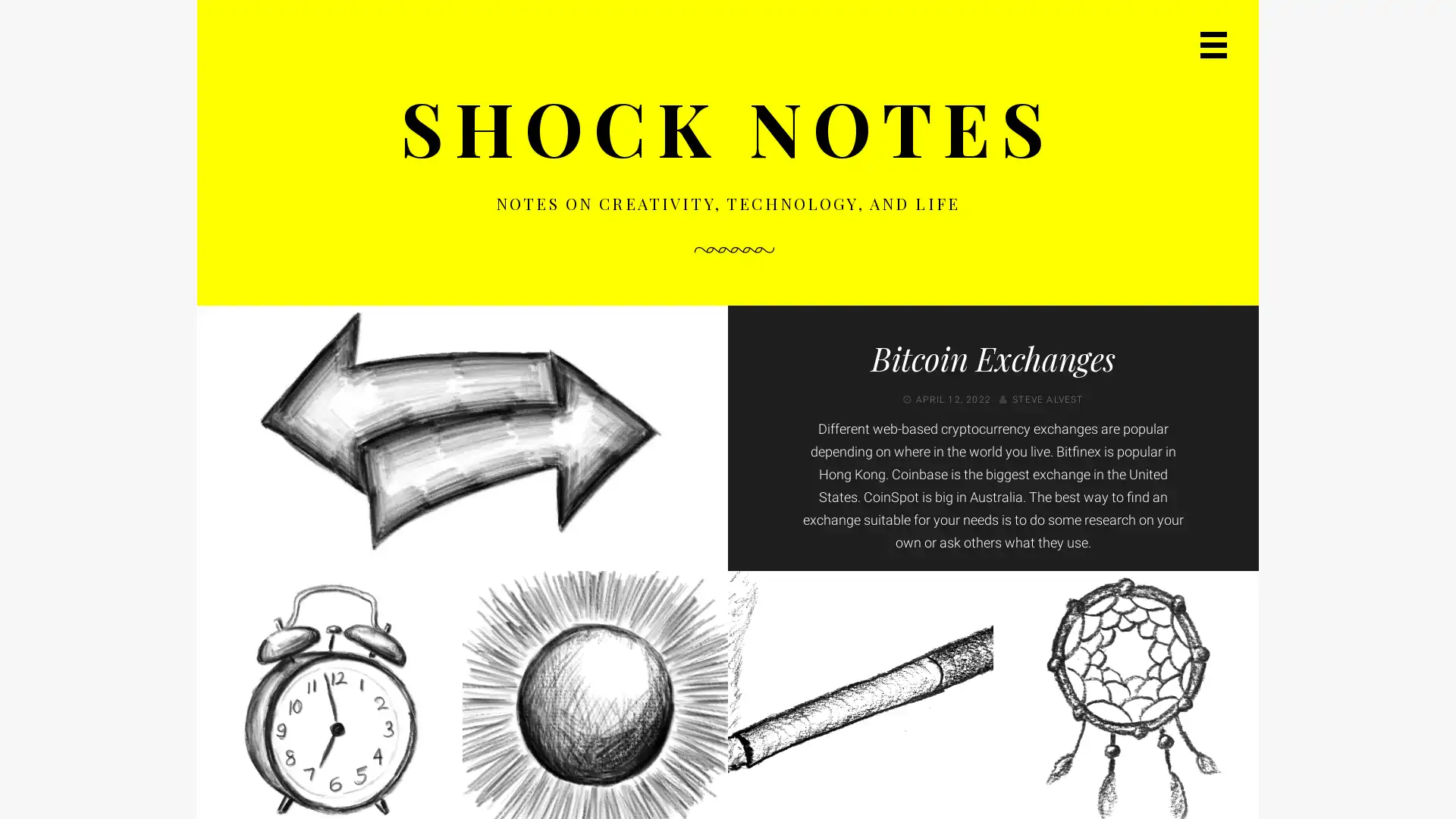 Image resolution: width=1456 pixels, height=819 pixels. What do you see at coordinates (1213, 44) in the screenshot?
I see `Primary Navigation Menu` at bounding box center [1213, 44].